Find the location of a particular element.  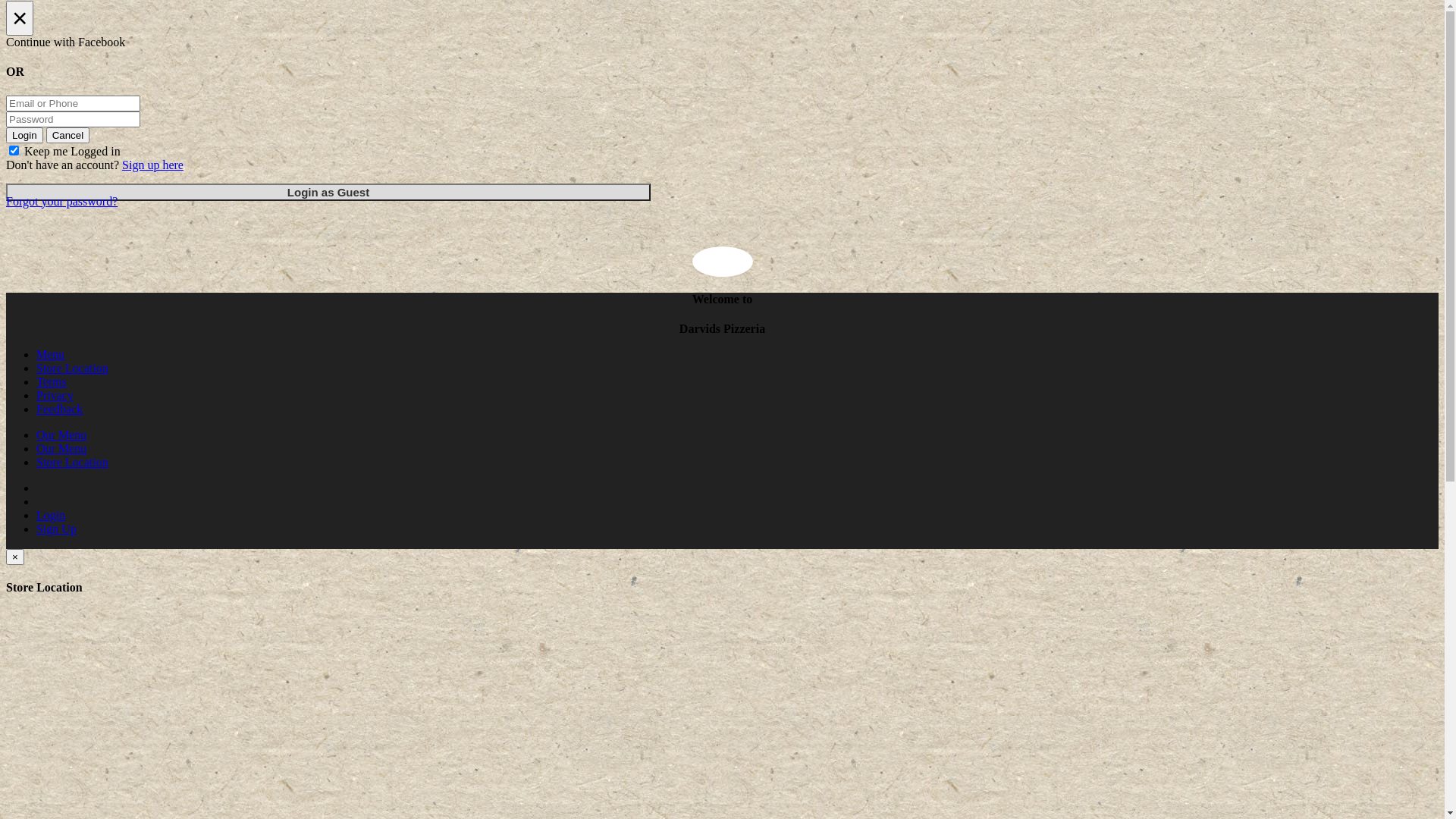

'Forgot your password?' is located at coordinates (6, 200).